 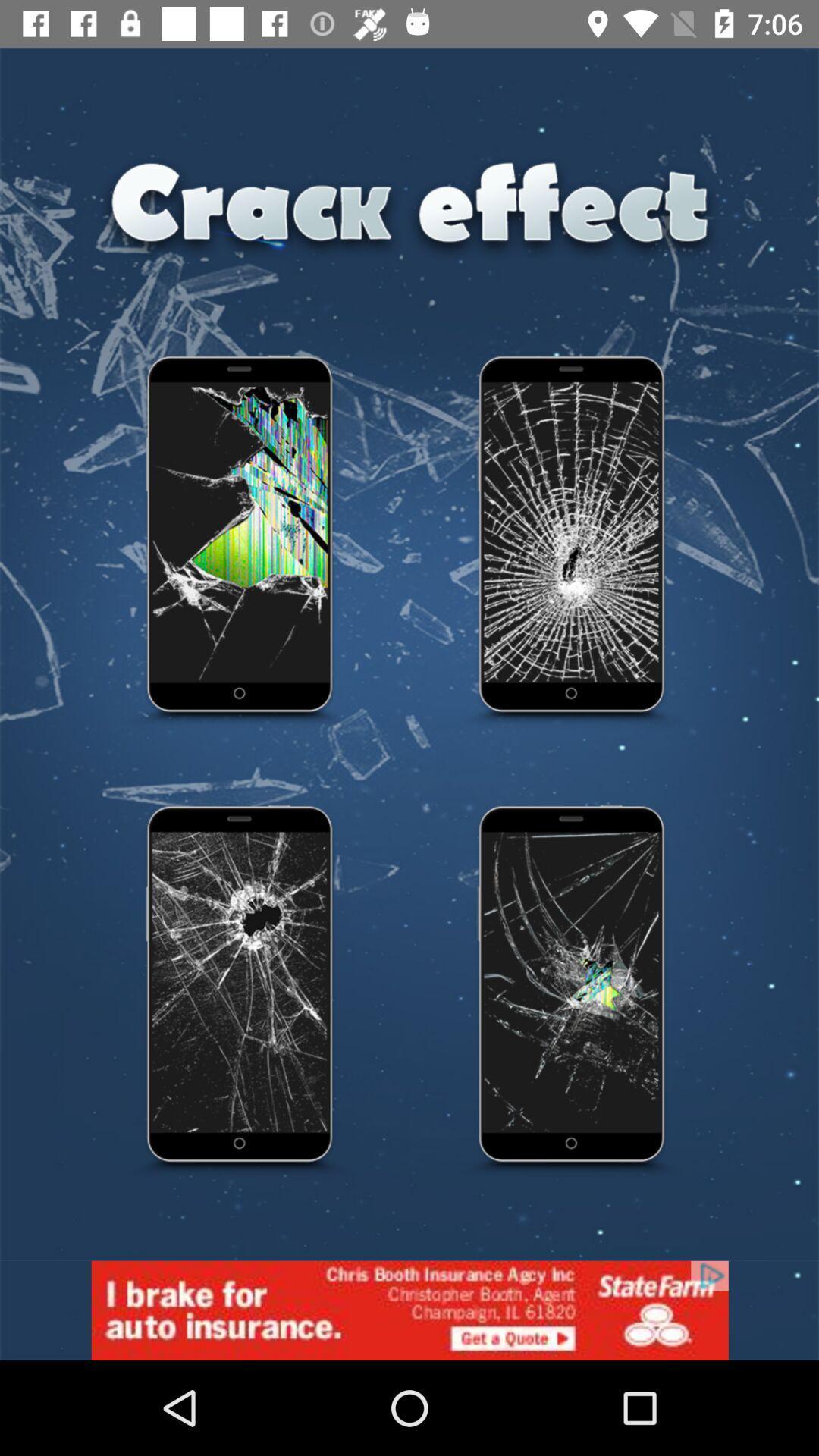 What do you see at coordinates (240, 992) in the screenshot?
I see `select effect` at bounding box center [240, 992].